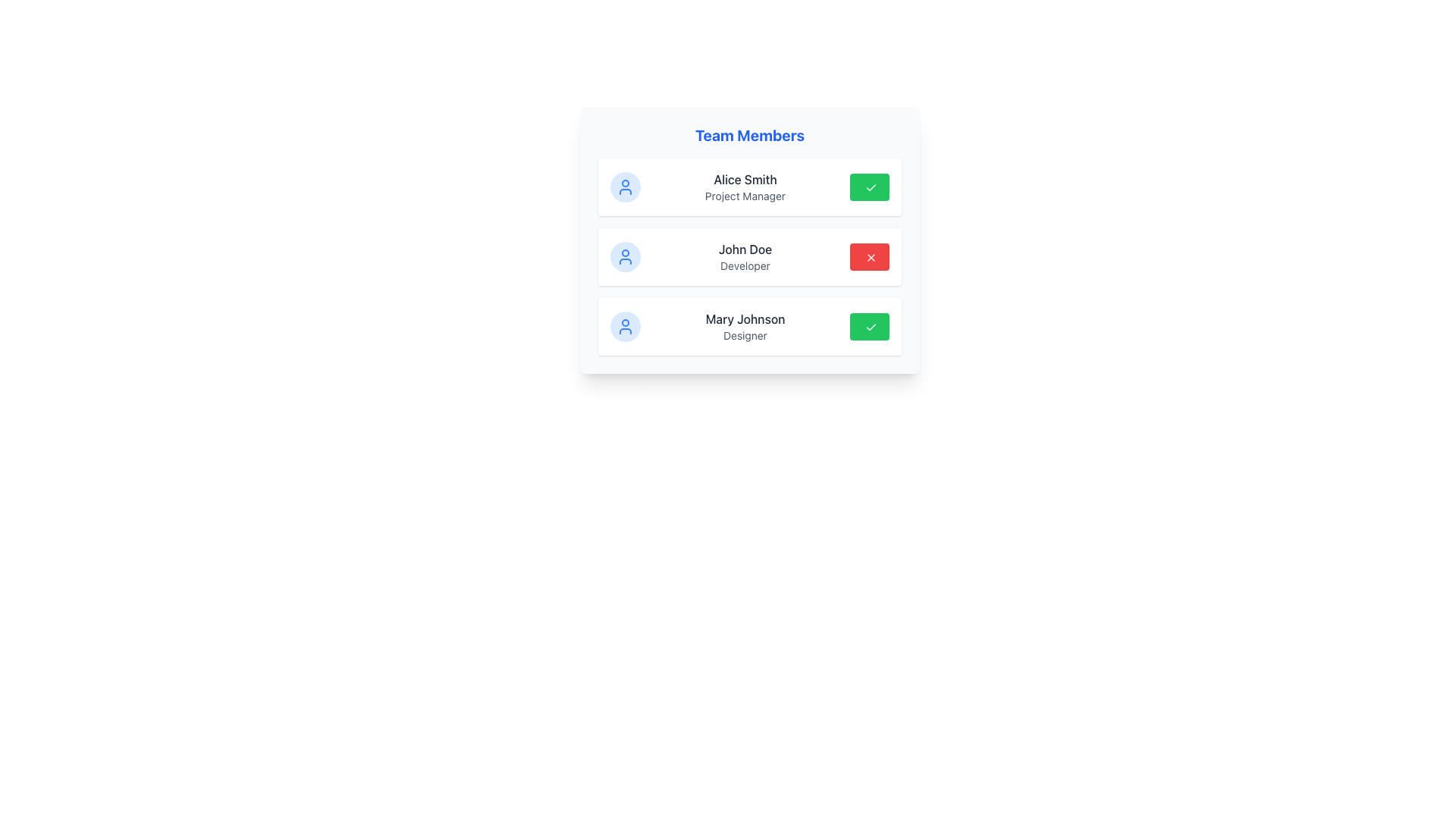  What do you see at coordinates (745, 186) in the screenshot?
I see `the Text Display element showing 'Alice Smith' and 'Project Manager', located in the first row under 'Team Members'` at bounding box center [745, 186].